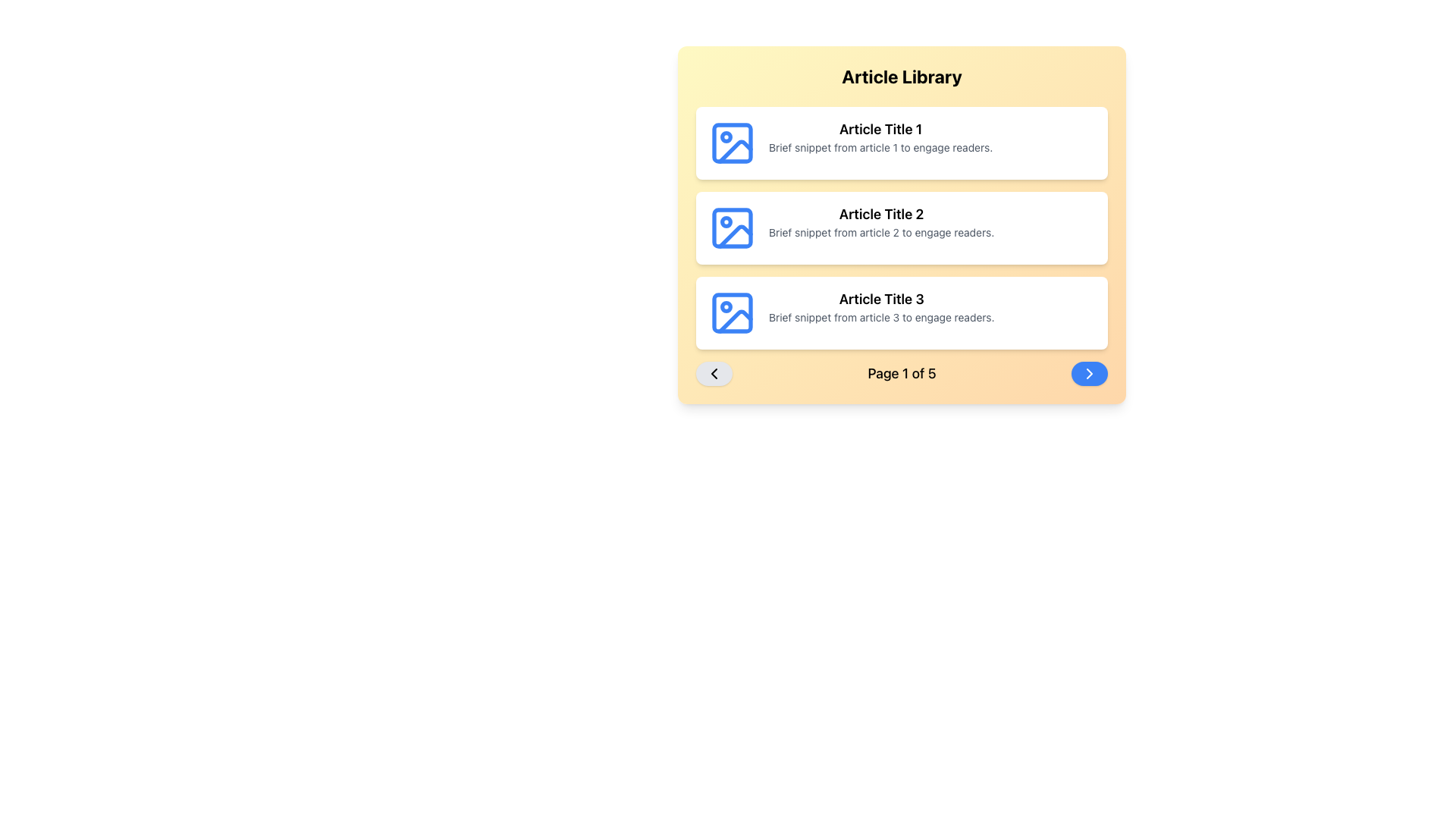 This screenshot has height=819, width=1456. What do you see at coordinates (881, 233) in the screenshot?
I see `the text label that reads 'Brief snippet from article 2 to engage readers.' located below 'Article Title 2' in the second entry of the article list` at bounding box center [881, 233].